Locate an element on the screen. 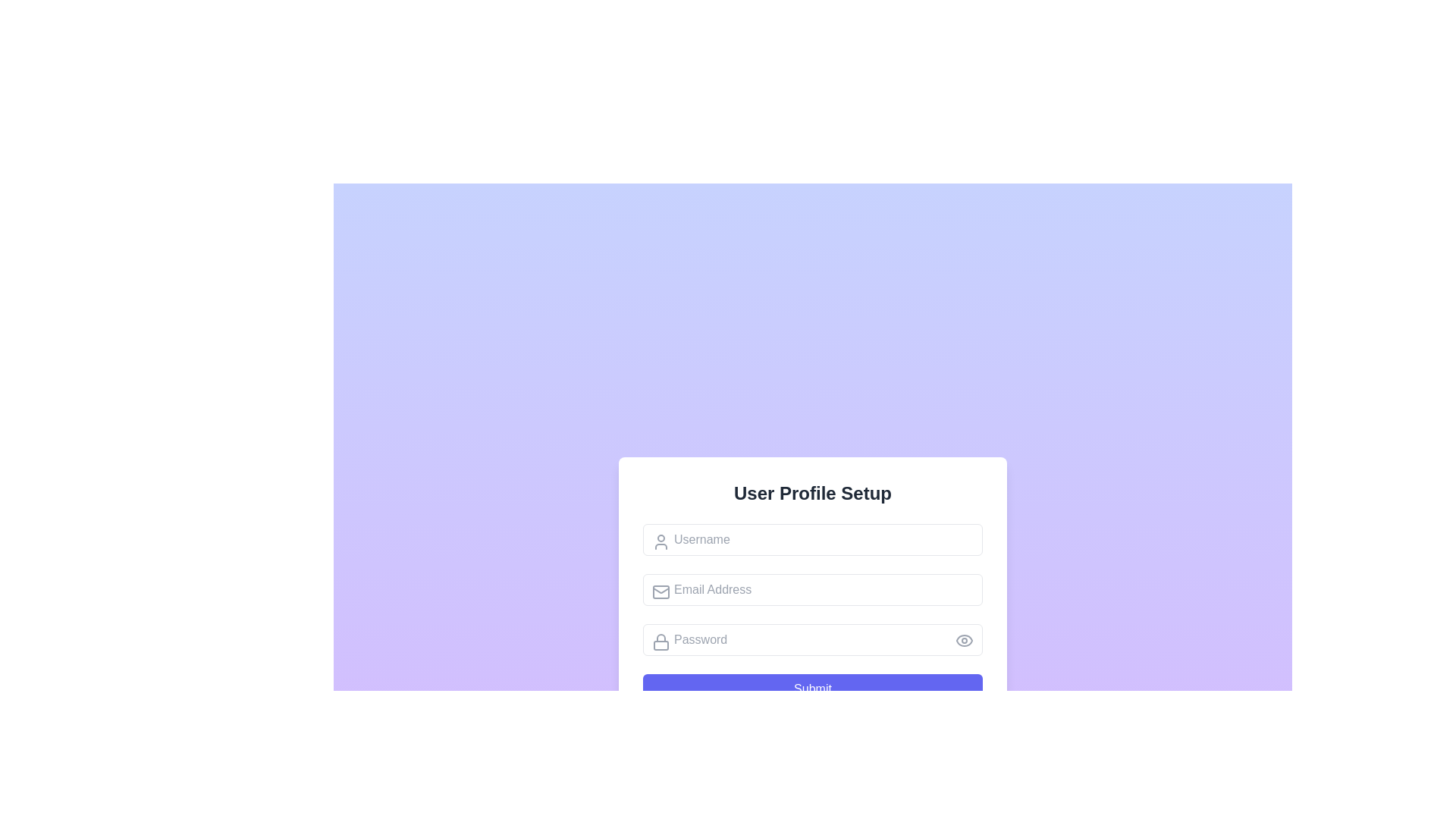  the top semi-circular section of the lock icon, which is styled with a thin black stroke and located above the solid rectangular part of the lock icon in the password entry area is located at coordinates (661, 638).